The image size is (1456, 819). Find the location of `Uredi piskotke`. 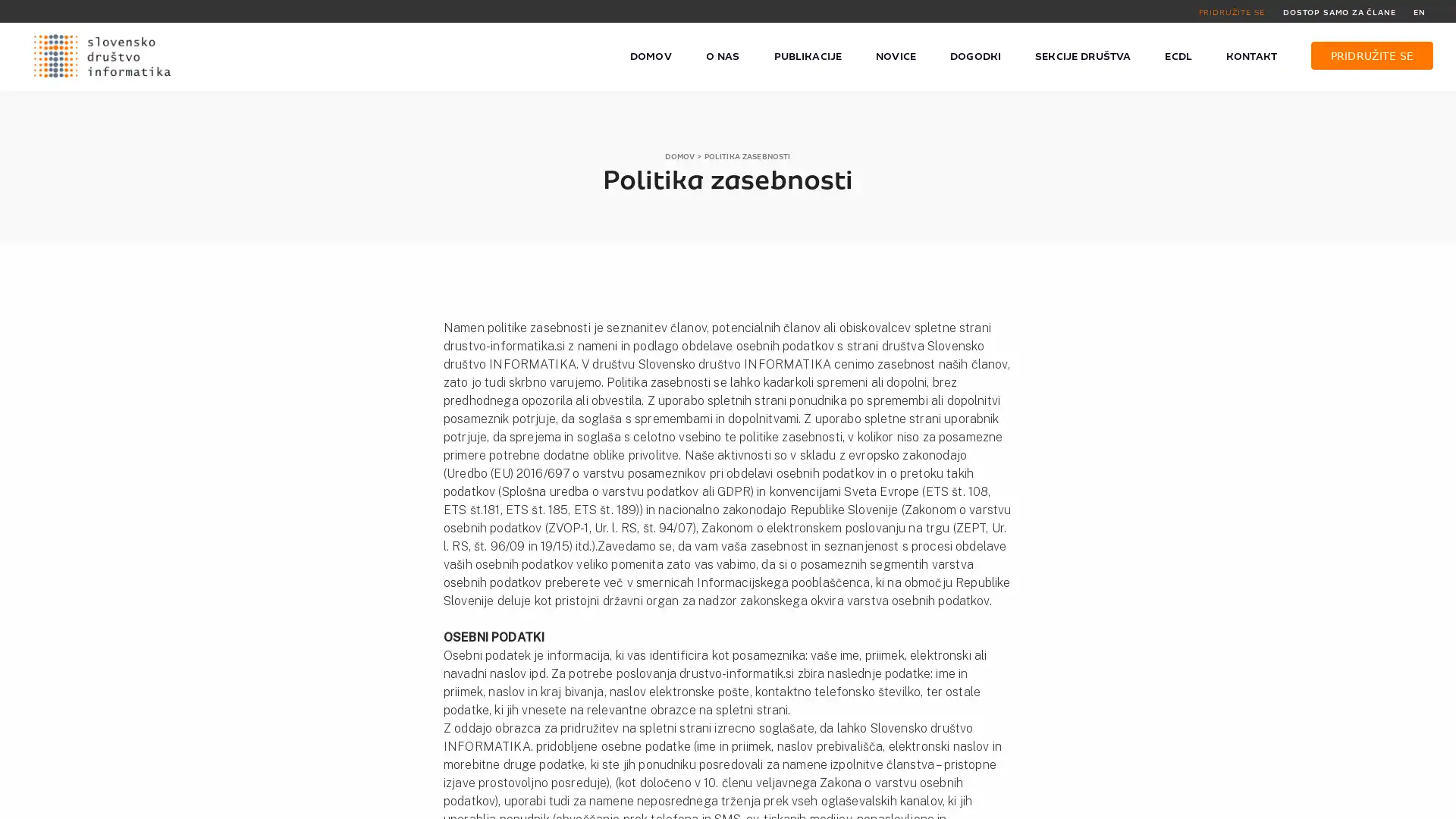

Uredi piskotke is located at coordinates (1077, 799).